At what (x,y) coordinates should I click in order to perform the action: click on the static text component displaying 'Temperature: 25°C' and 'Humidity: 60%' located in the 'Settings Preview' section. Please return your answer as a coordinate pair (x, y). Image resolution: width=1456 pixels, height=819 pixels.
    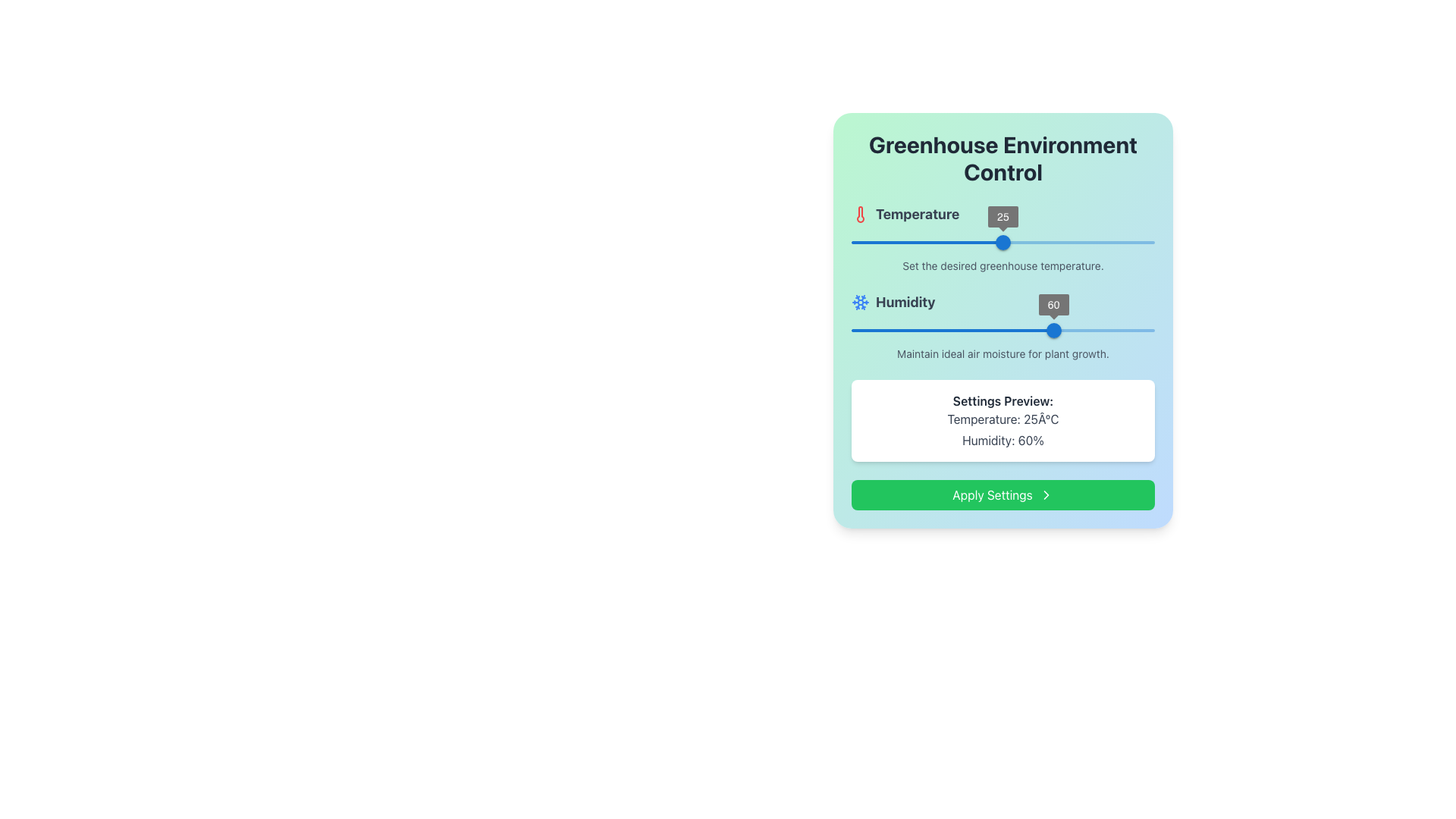
    Looking at the image, I should click on (1003, 430).